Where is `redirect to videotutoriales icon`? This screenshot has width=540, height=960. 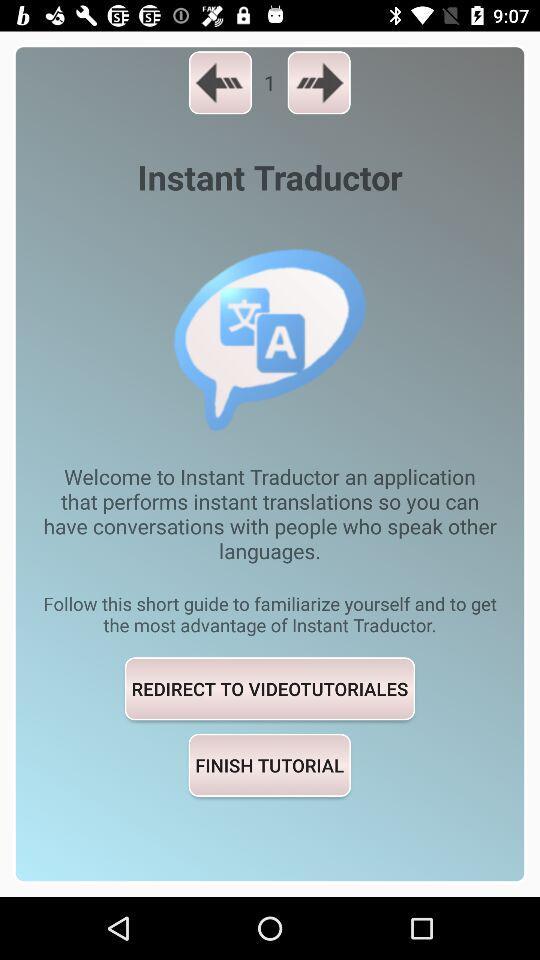
redirect to videotutoriales icon is located at coordinates (270, 688).